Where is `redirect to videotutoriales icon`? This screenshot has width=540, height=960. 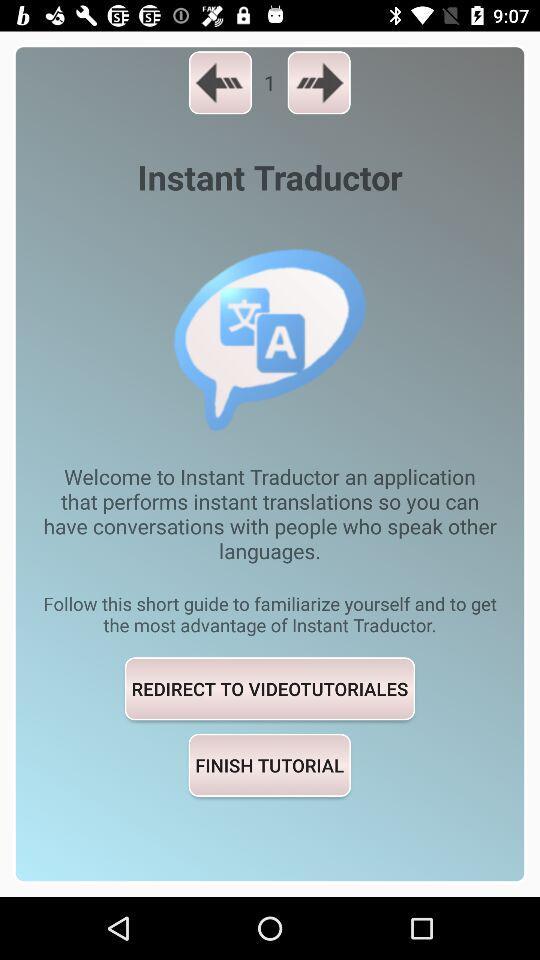
redirect to videotutoriales icon is located at coordinates (270, 688).